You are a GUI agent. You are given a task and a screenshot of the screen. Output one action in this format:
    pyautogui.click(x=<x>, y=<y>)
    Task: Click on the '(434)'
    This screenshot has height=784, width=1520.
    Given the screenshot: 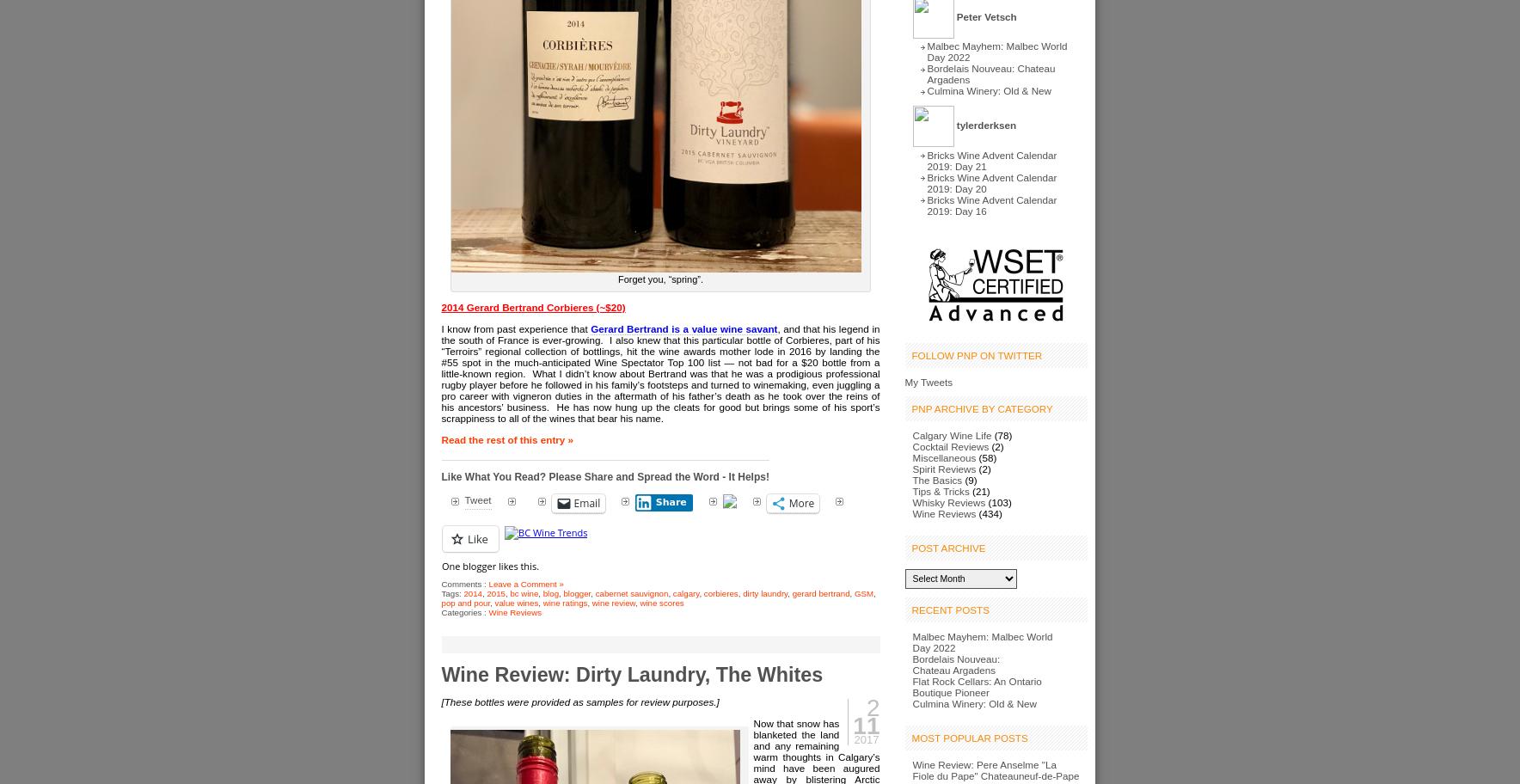 What is the action you would take?
    pyautogui.click(x=989, y=512)
    